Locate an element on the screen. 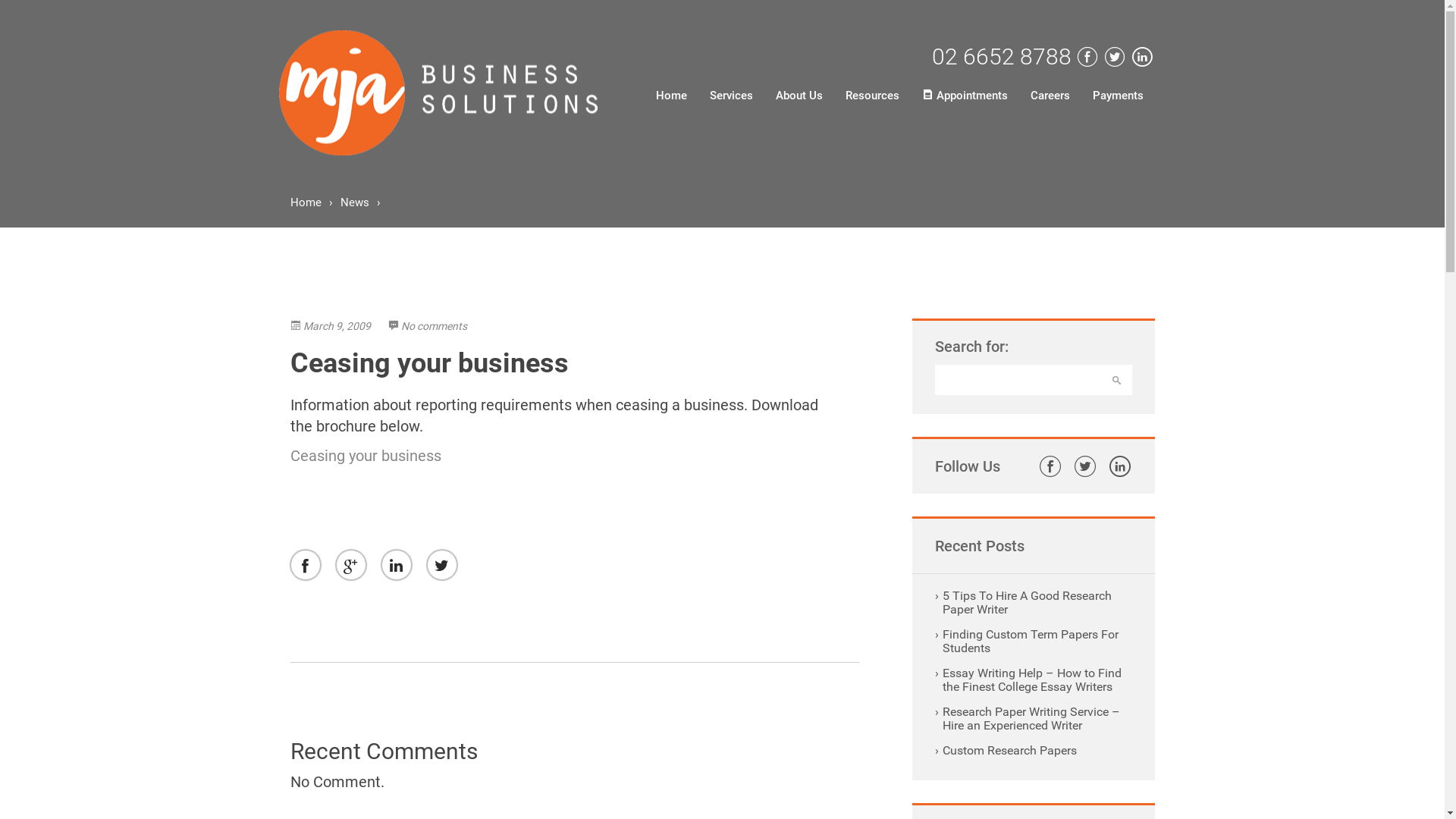 This screenshot has width=1456, height=819. 'Finding Custom Term Papers For Students' is located at coordinates (1030, 641).